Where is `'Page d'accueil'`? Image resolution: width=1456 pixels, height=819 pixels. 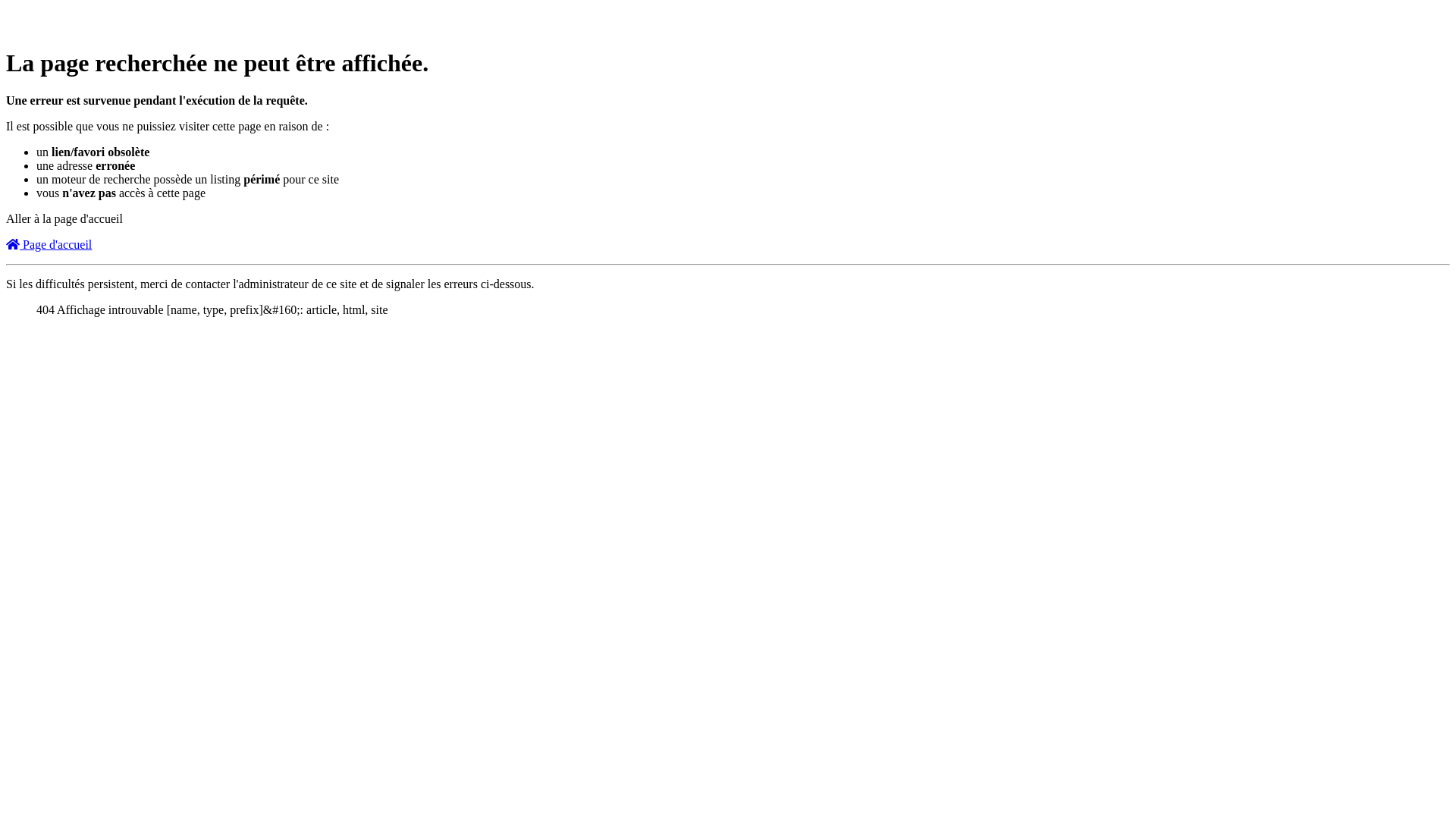 'Page d'accueil' is located at coordinates (49, 243).